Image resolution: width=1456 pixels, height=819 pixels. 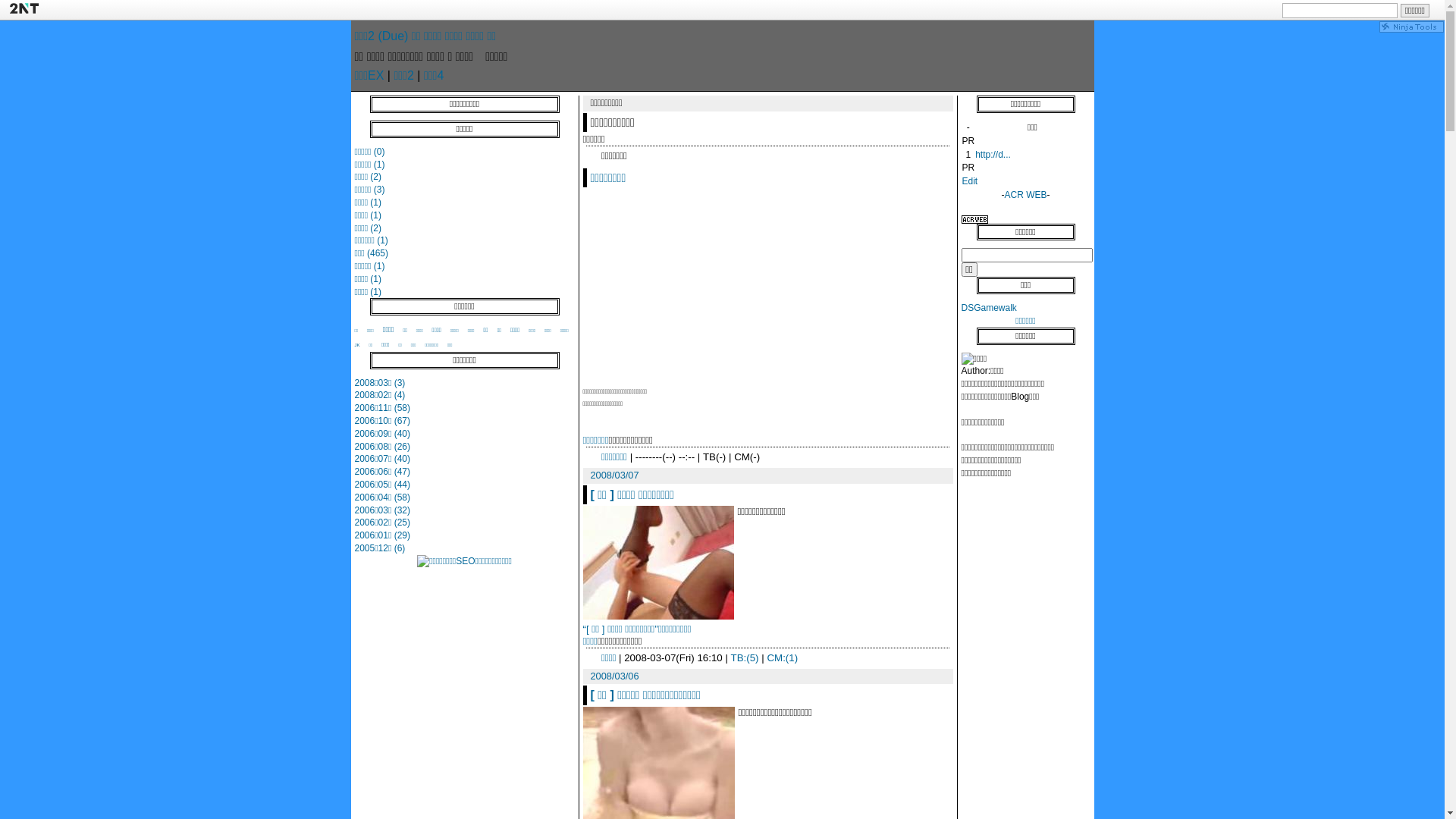 I want to click on '2008/03/06', so click(x=614, y=675).